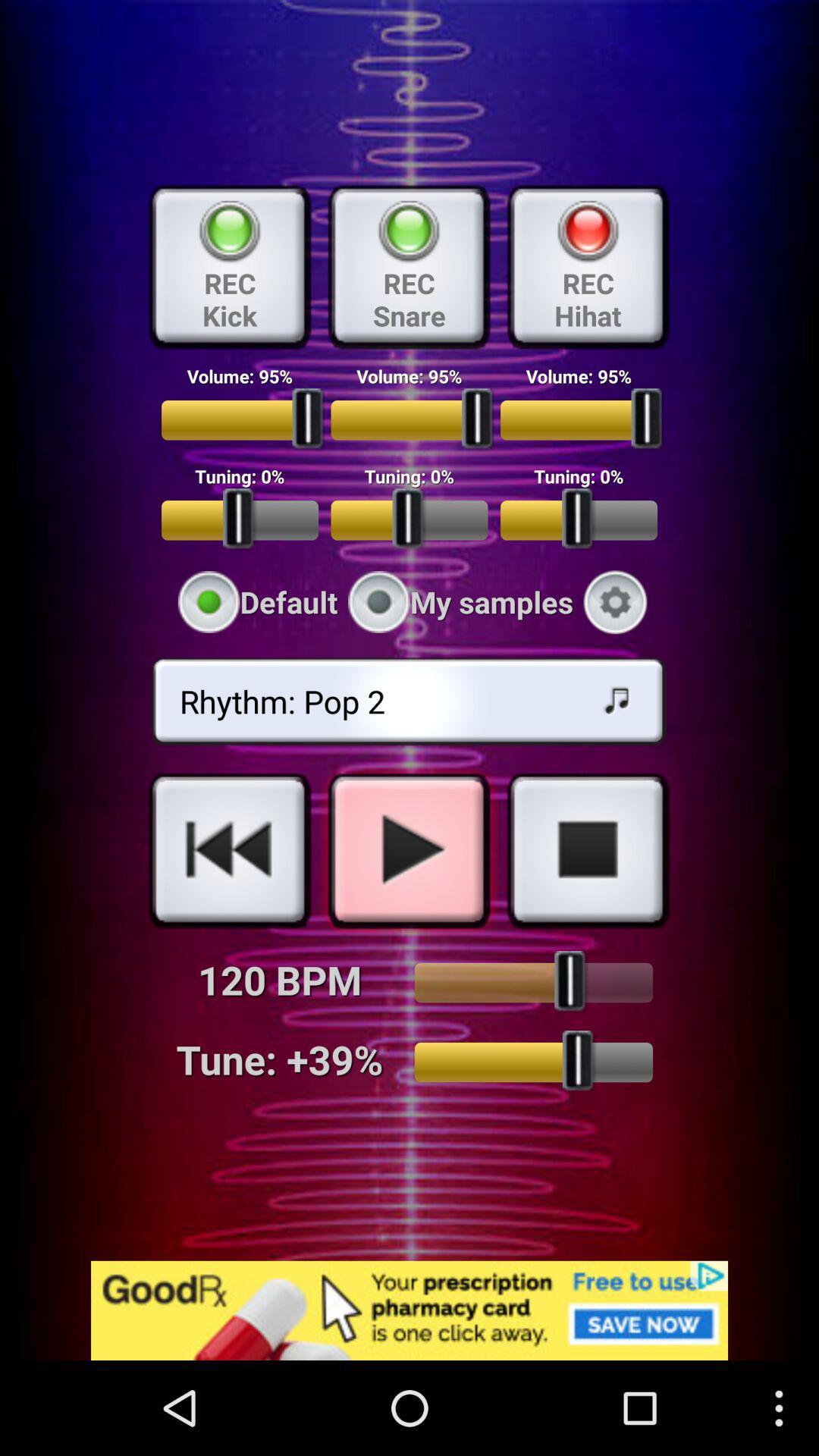 The width and height of the screenshot is (819, 1456). Describe the element at coordinates (532, 983) in the screenshot. I see `up button` at that location.